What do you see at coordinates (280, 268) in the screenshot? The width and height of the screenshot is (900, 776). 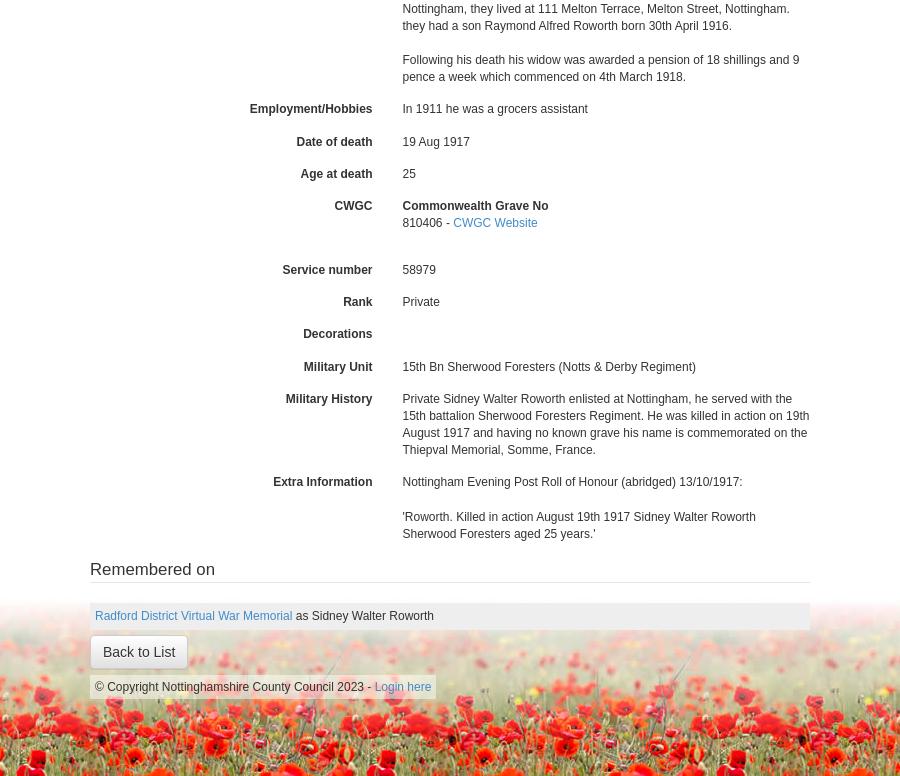 I see `'Service number'` at bounding box center [280, 268].